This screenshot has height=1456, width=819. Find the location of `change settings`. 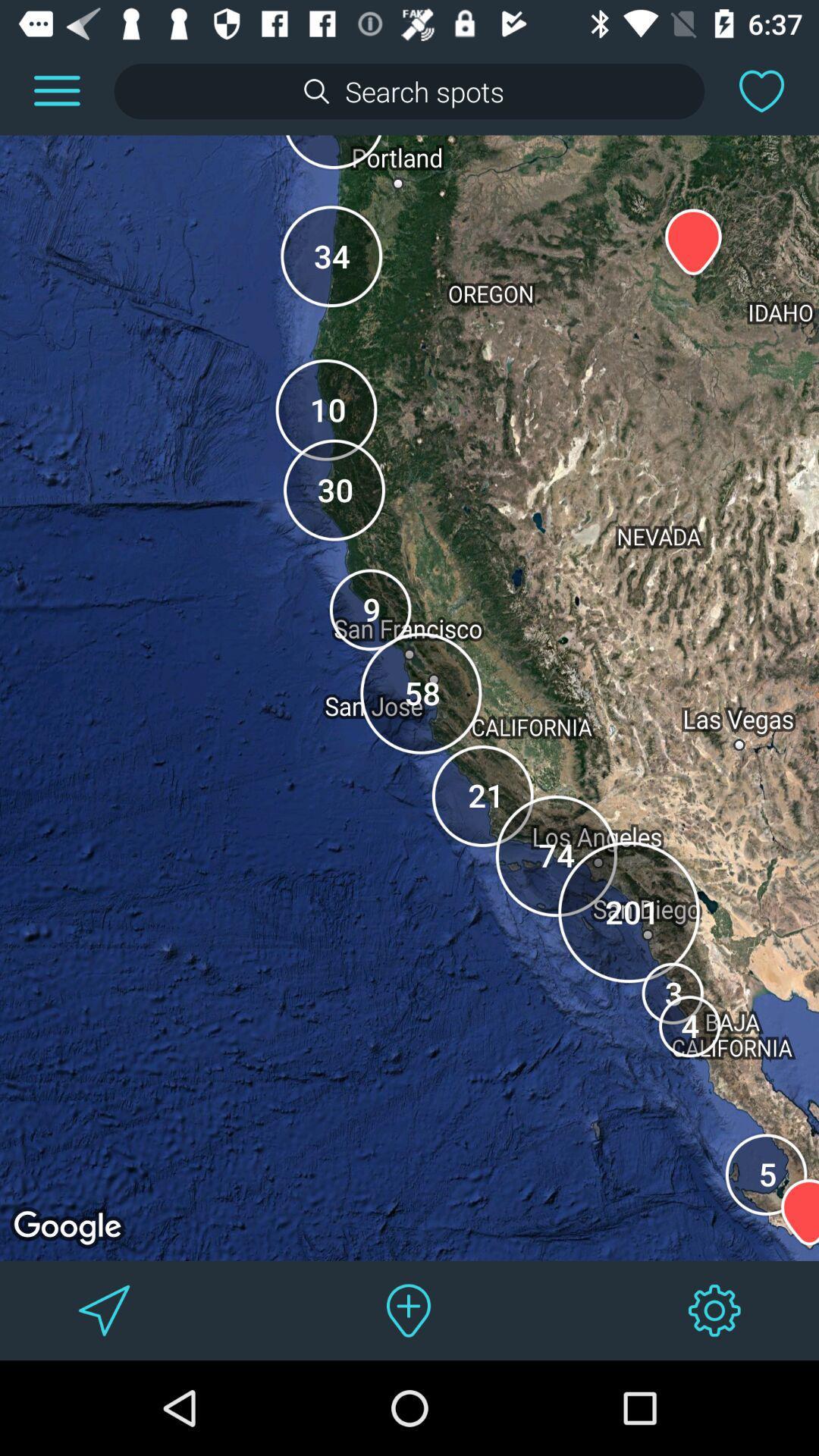

change settings is located at coordinates (714, 1310).